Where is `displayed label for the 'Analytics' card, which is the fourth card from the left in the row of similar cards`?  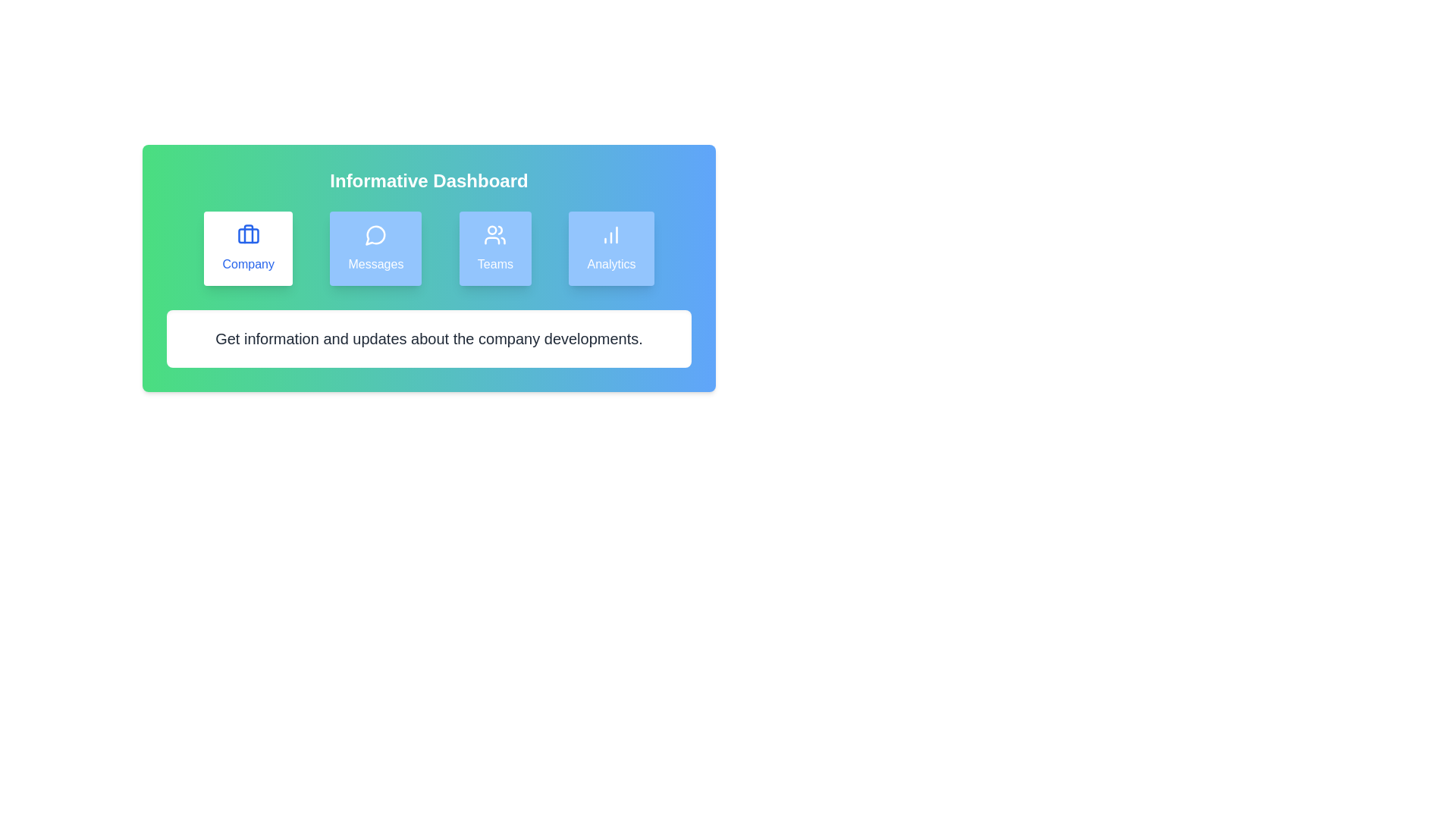
displayed label for the 'Analytics' card, which is the fourth card from the left in the row of similar cards is located at coordinates (611, 263).